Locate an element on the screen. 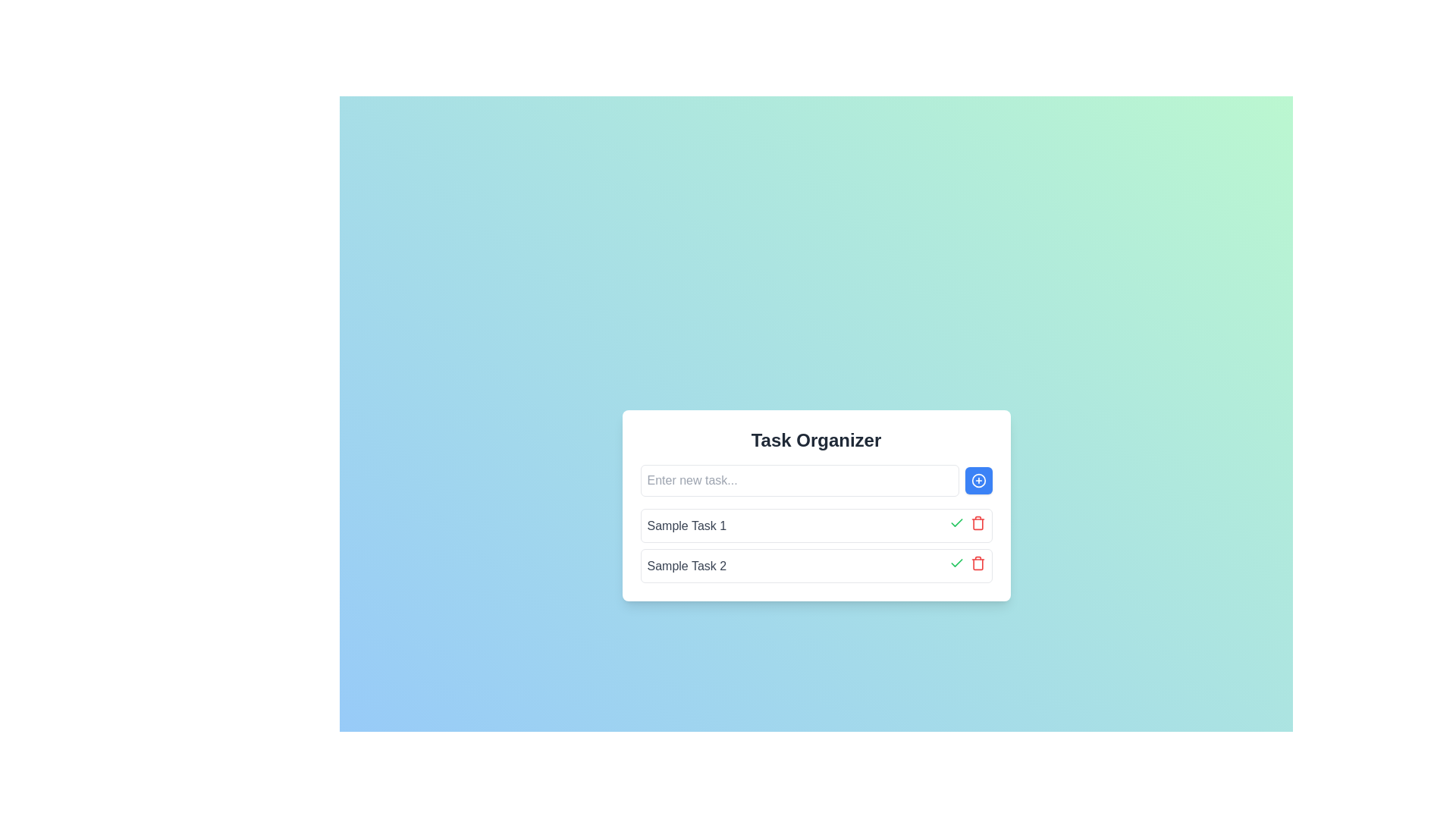 The height and width of the screenshot is (819, 1456). the circular blue button with a white '+' icon, which is located to the right of the 'Enter new task...' input box in the task organizer form is located at coordinates (978, 480).